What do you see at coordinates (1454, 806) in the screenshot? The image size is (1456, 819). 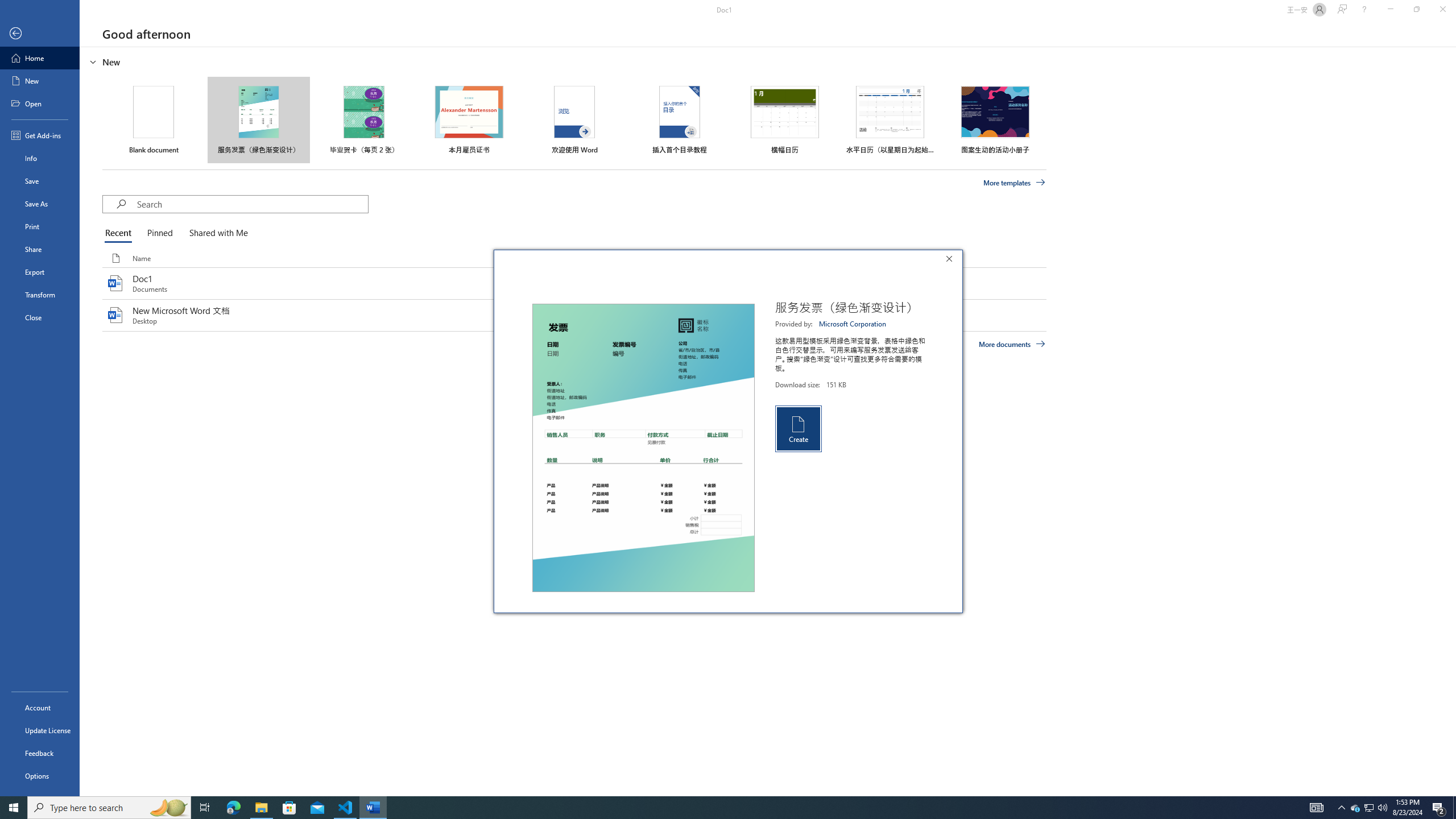 I see `'Show desktop'` at bounding box center [1454, 806].